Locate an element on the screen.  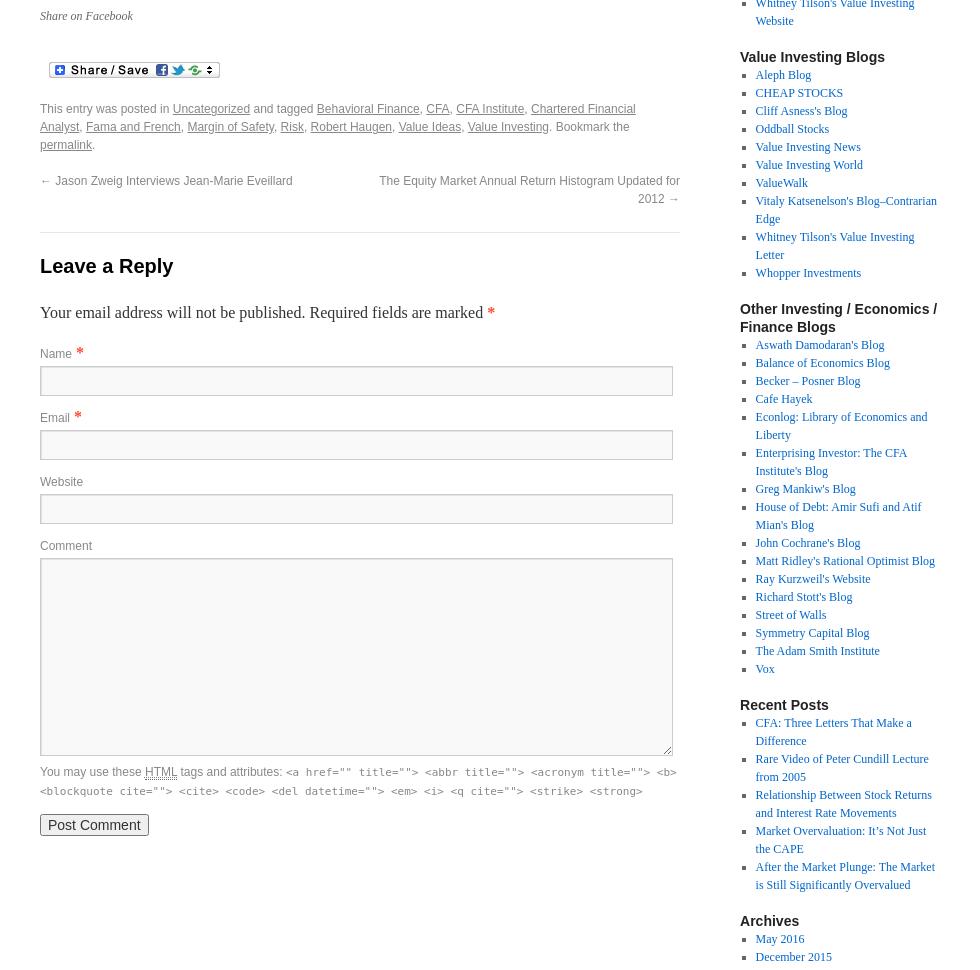
'Recent Posts' is located at coordinates (784, 704).